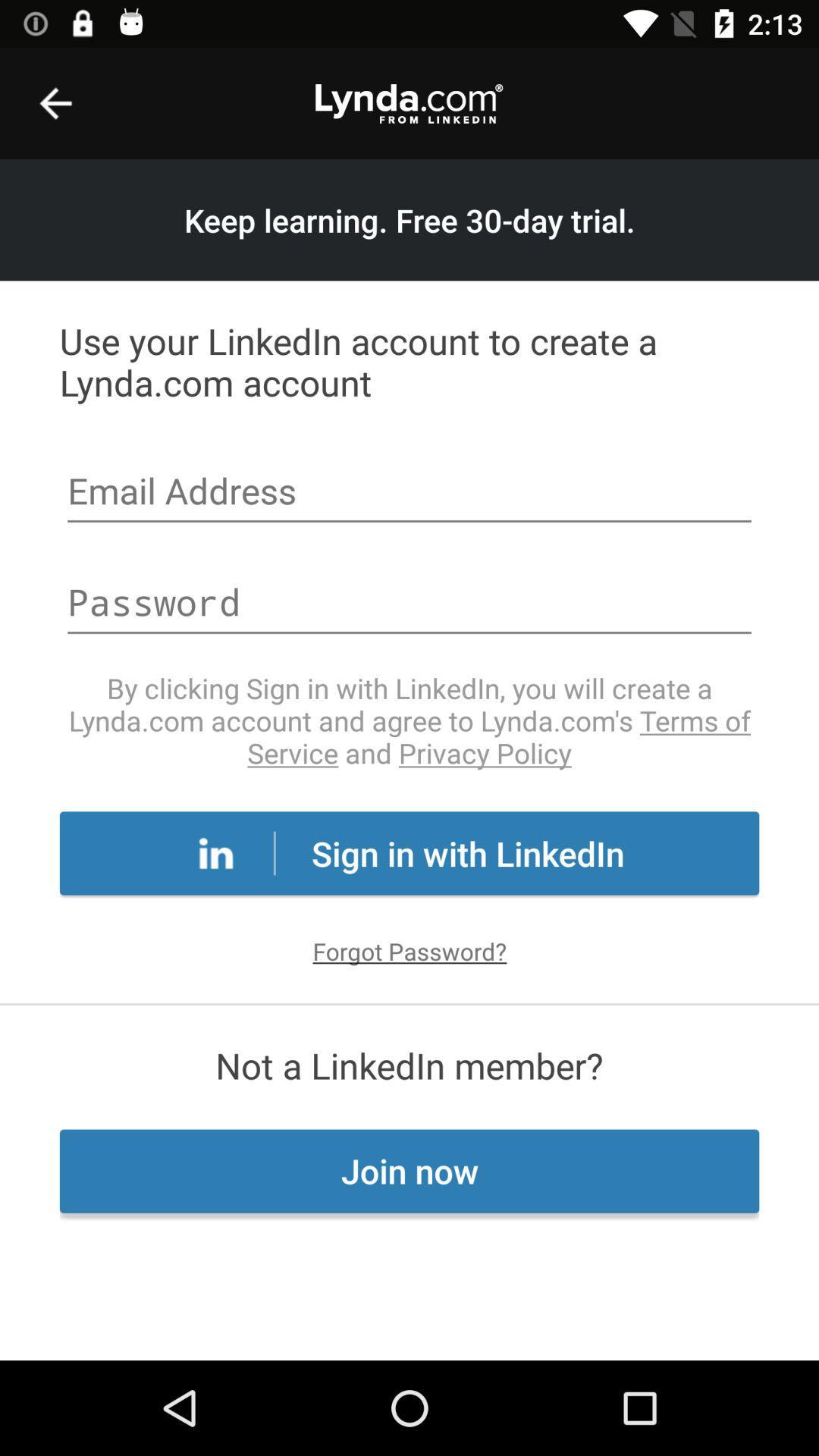  Describe the element at coordinates (409, 1170) in the screenshot. I see `the join now item` at that location.